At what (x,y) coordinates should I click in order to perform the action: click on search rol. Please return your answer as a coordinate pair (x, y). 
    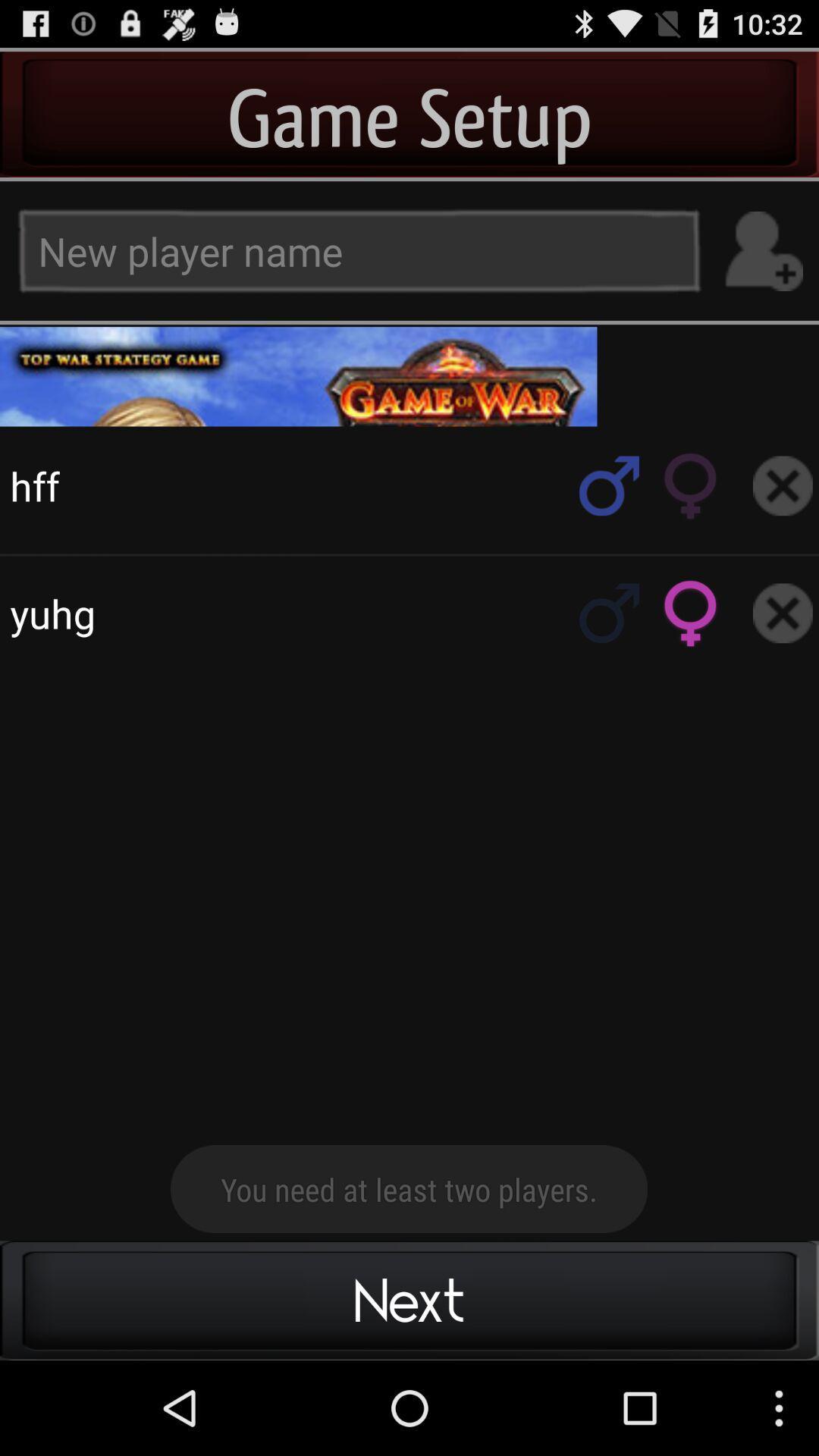
    Looking at the image, I should click on (608, 485).